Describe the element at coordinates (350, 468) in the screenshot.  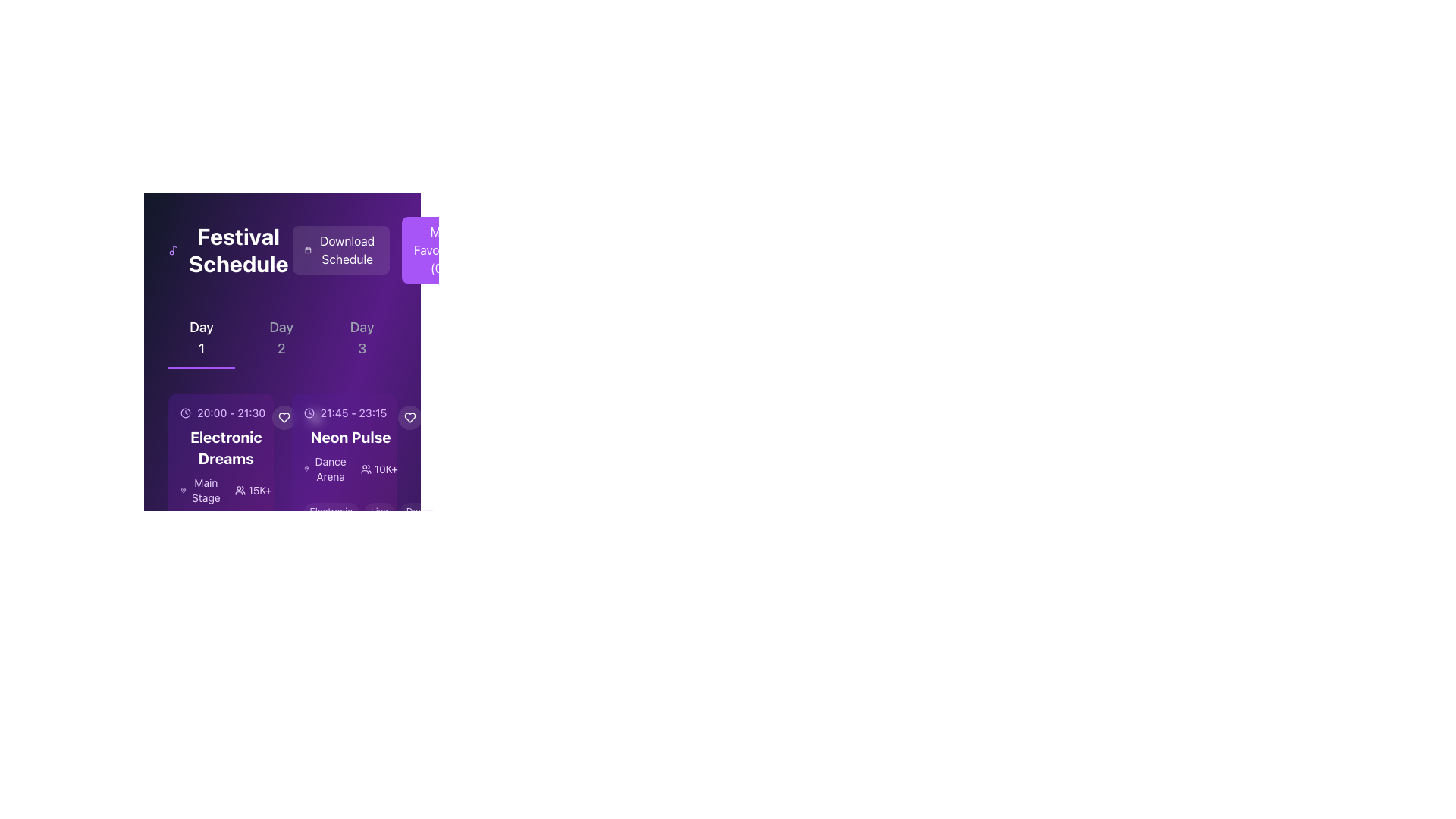
I see `informational block containing the text 'Dance Arena' and '10K+' styled in purple, located under the event 'Neon Pulse' in the schedule for day 1` at that location.